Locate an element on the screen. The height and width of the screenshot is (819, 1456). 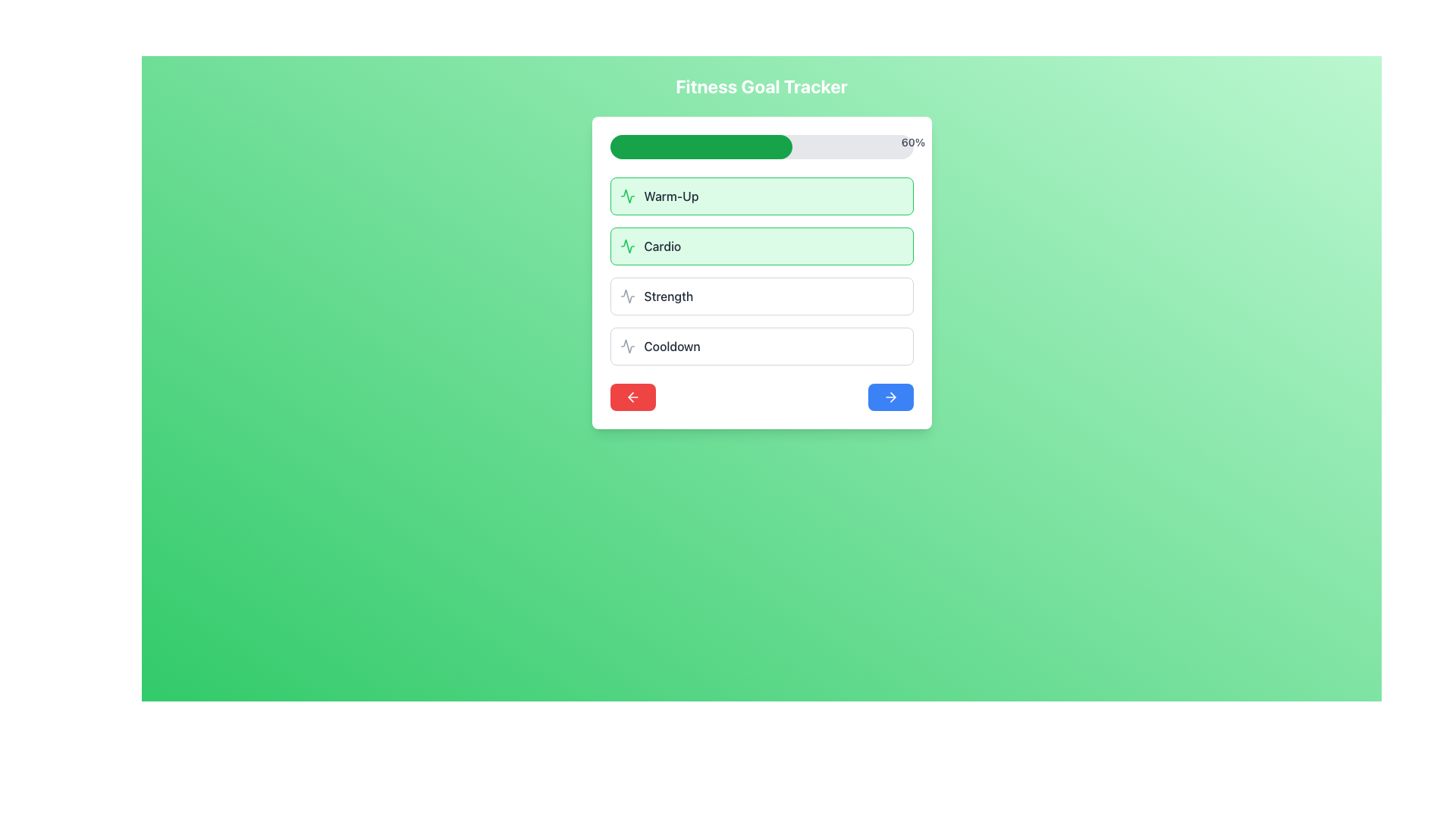
the horizontal progress bar indicating 60% progress, located at the top of the 'Fitness Goal Tracker' card is located at coordinates (761, 146).